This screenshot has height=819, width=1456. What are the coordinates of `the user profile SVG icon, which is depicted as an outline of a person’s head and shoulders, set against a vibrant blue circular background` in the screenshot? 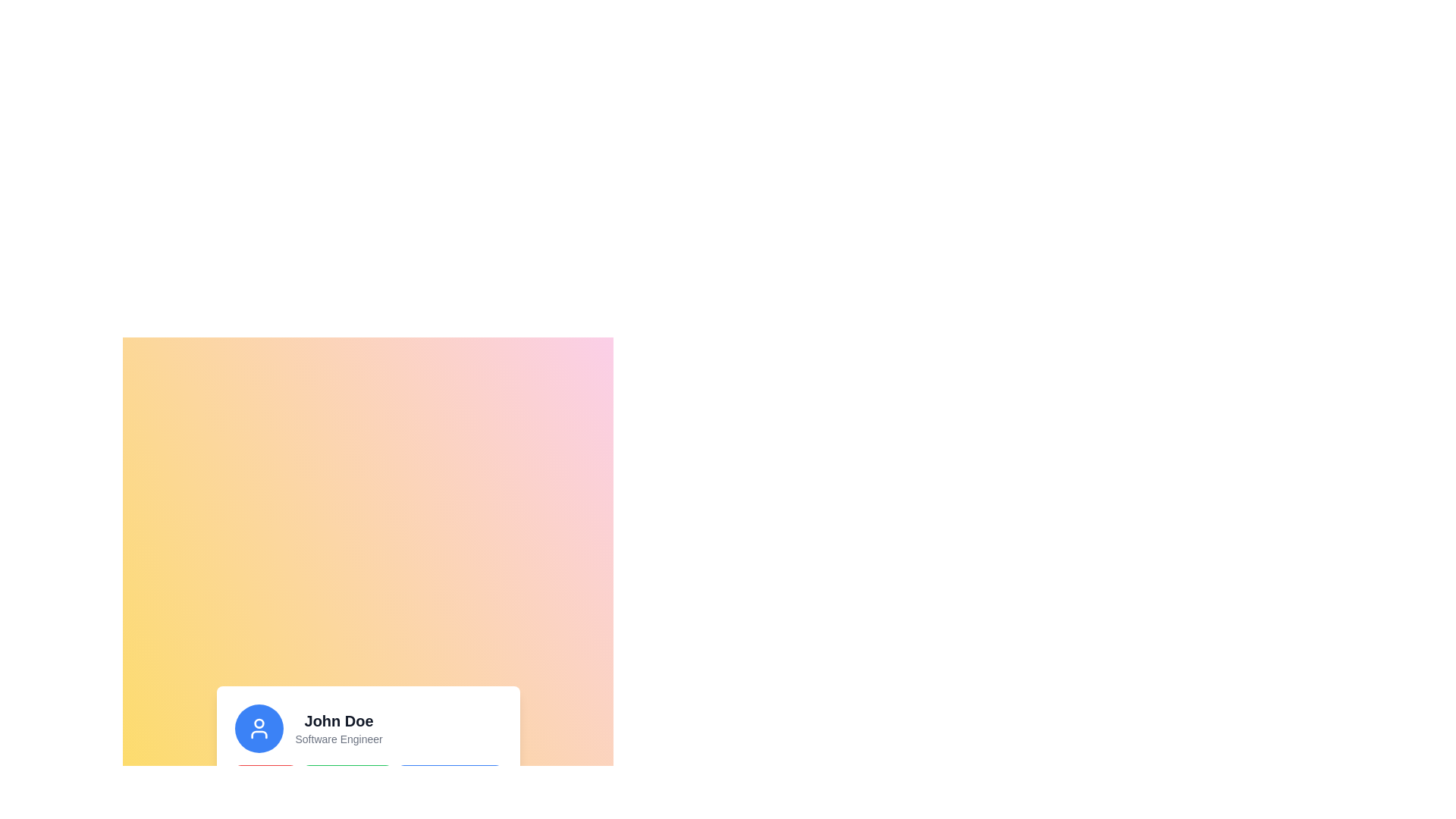 It's located at (259, 727).